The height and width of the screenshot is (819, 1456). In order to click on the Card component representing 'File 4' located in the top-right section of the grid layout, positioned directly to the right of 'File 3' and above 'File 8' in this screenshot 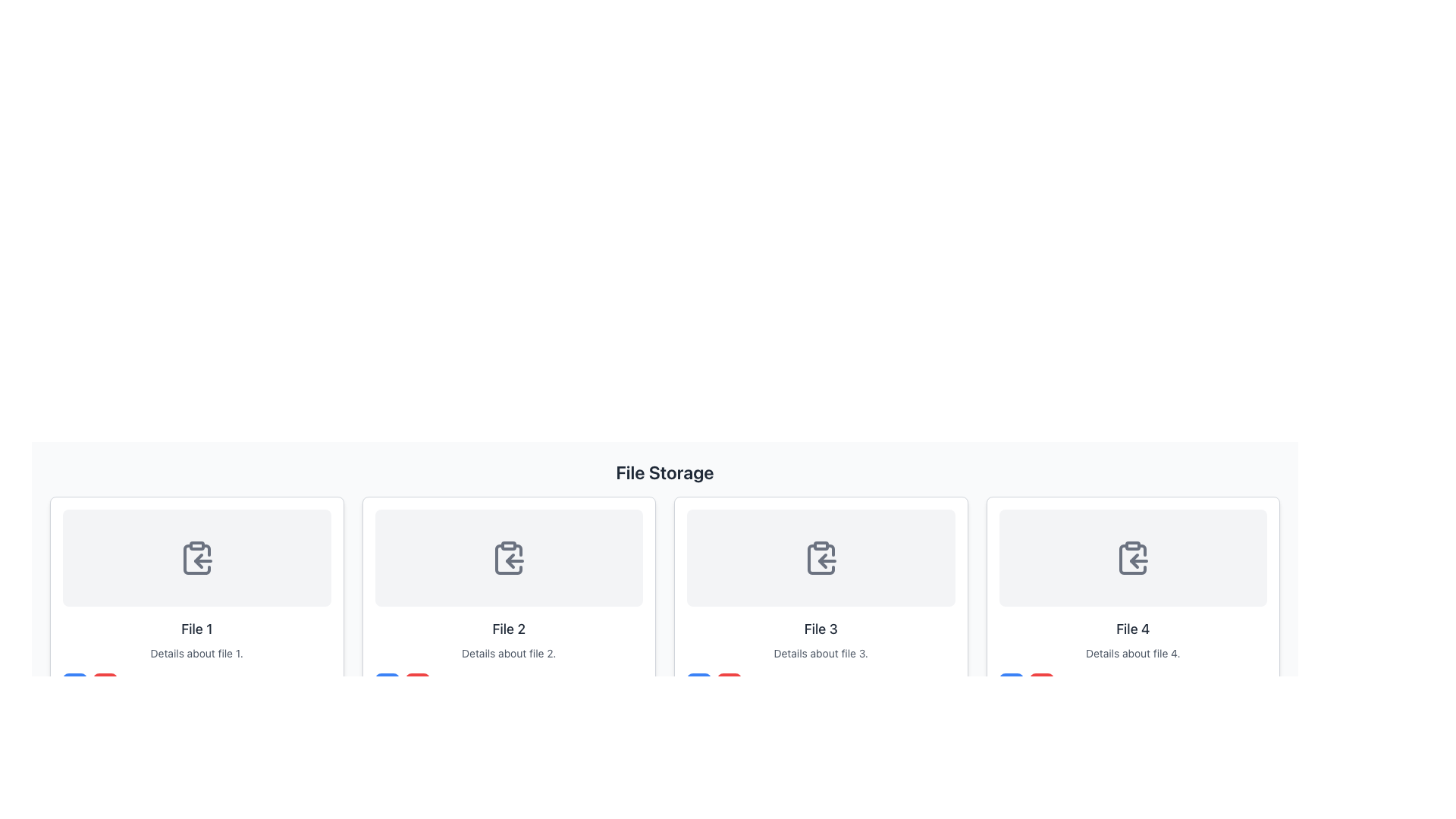, I will do `click(1133, 602)`.